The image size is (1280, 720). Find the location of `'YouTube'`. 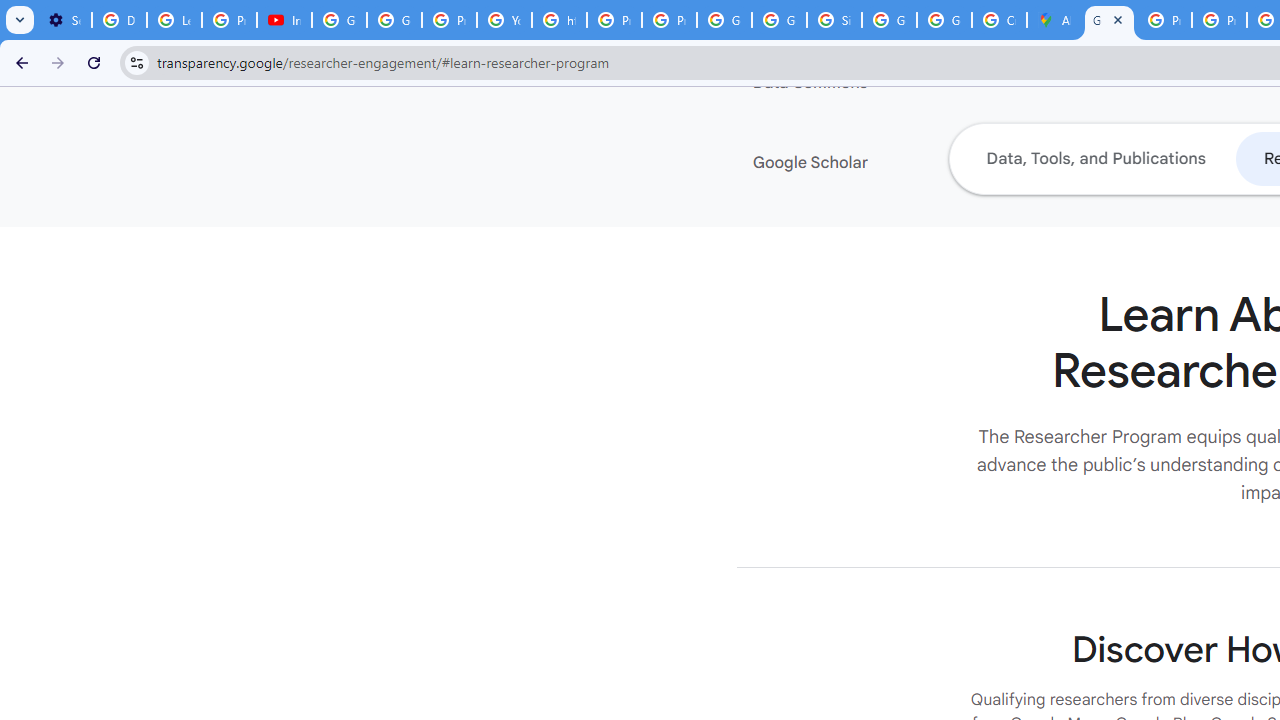

'YouTube' is located at coordinates (504, 20).